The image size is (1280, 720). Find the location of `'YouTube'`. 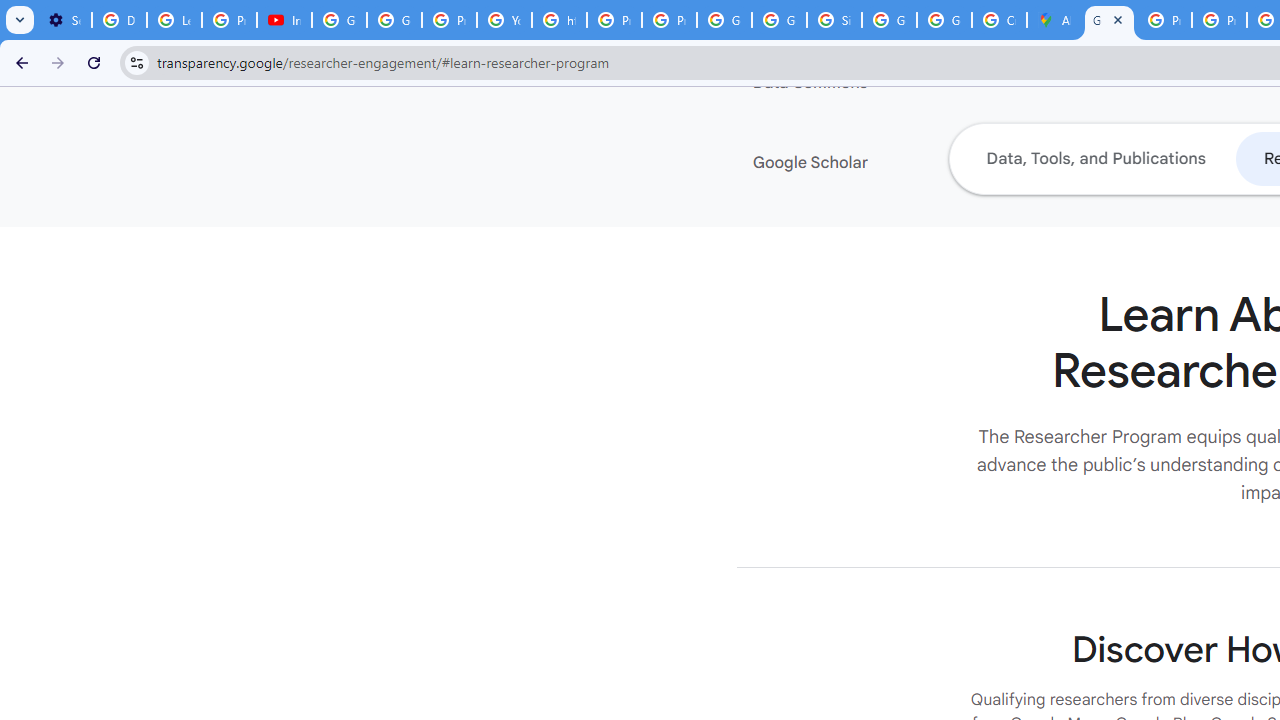

'YouTube' is located at coordinates (504, 20).